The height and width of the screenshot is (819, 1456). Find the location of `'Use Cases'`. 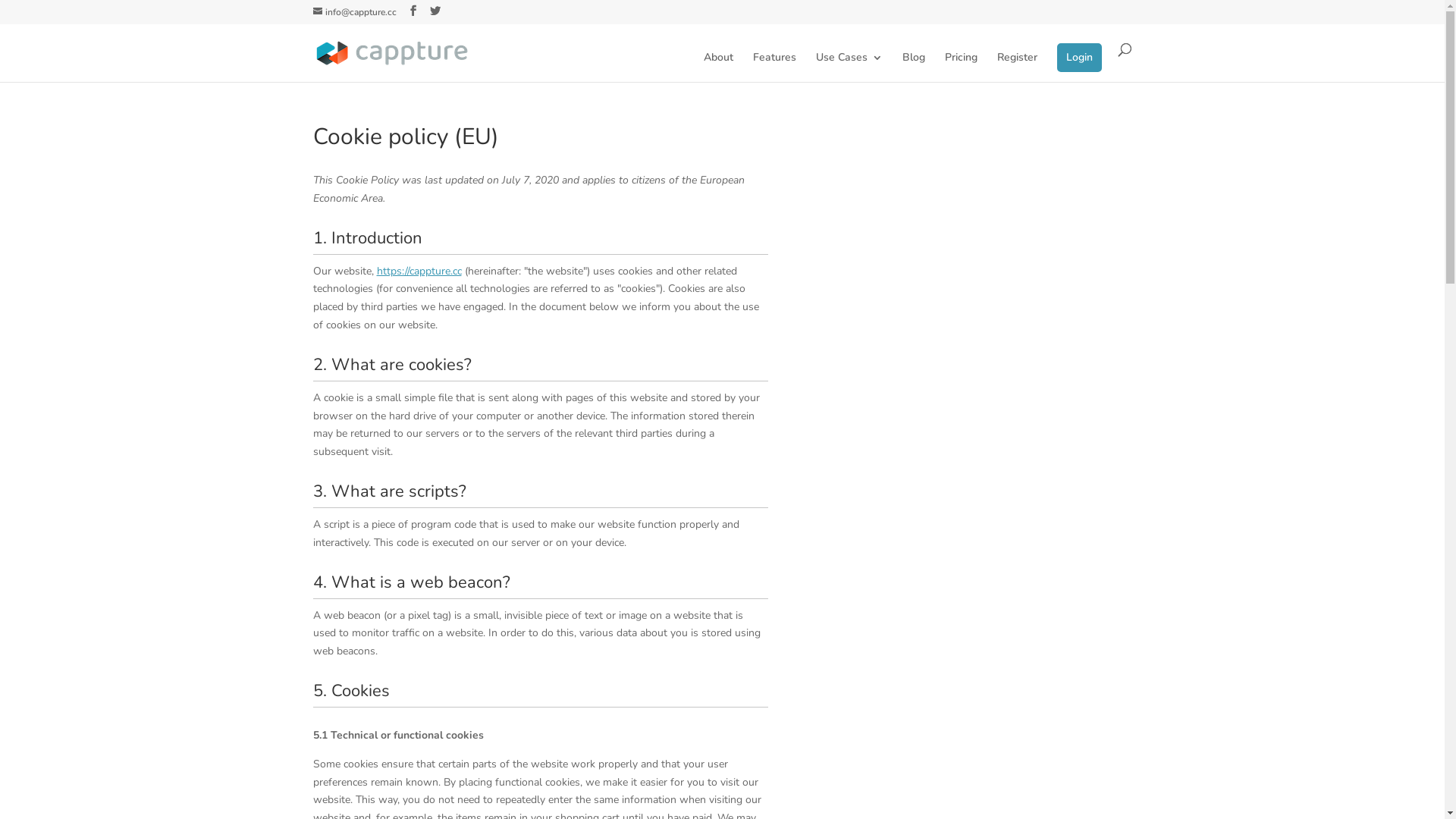

'Use Cases' is located at coordinates (814, 66).